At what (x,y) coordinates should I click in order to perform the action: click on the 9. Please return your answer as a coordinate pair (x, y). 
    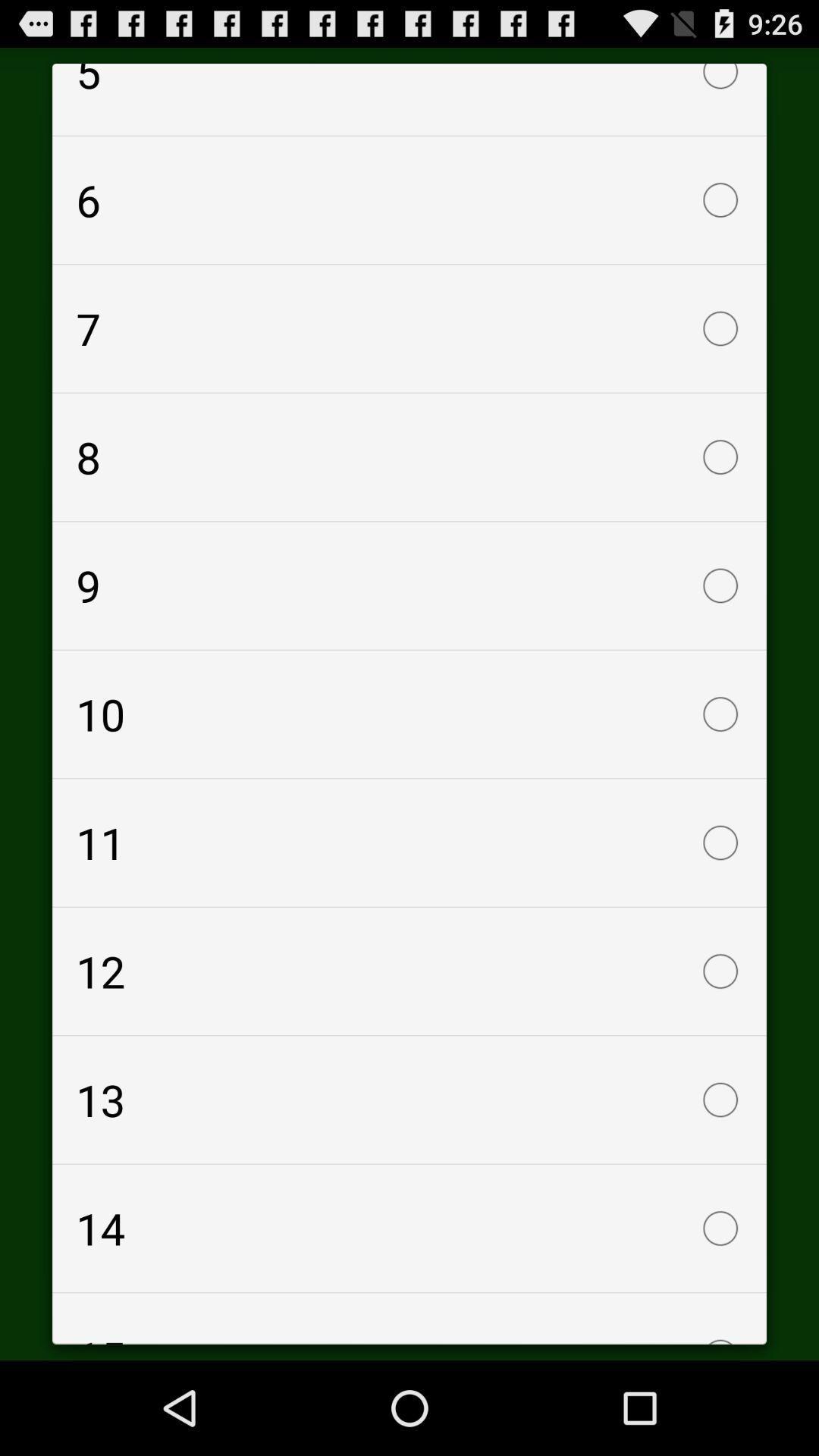
    Looking at the image, I should click on (409, 585).